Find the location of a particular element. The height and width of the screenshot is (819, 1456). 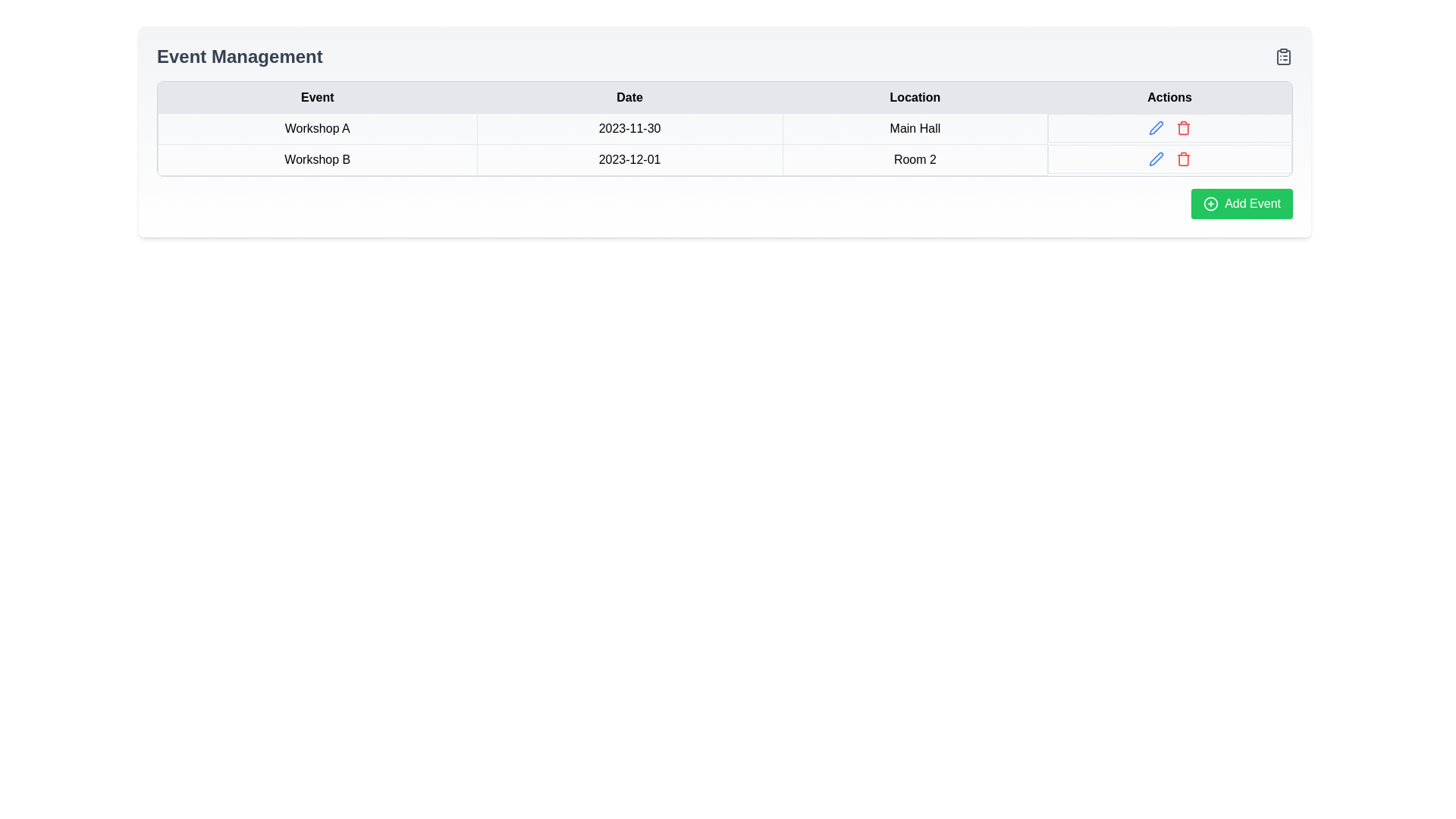

the 'Main Hall' static text located within the 'Location' column of the first row in the table, which is styled in a clear font and aligned with 'Workshop A' and '2023-11-30' is located at coordinates (914, 127).